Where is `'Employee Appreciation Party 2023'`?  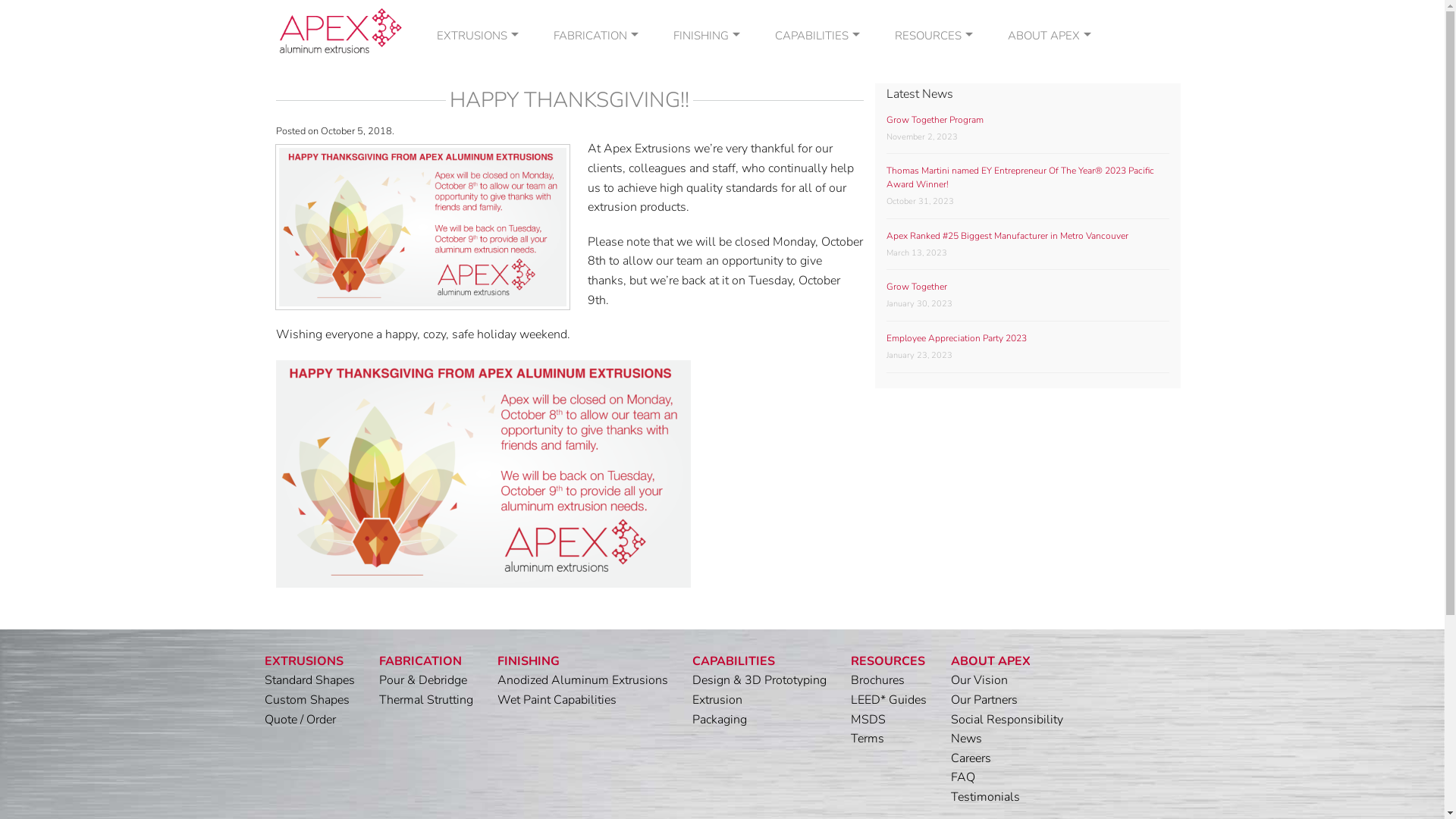
'Employee Appreciation Party 2023' is located at coordinates (955, 337).